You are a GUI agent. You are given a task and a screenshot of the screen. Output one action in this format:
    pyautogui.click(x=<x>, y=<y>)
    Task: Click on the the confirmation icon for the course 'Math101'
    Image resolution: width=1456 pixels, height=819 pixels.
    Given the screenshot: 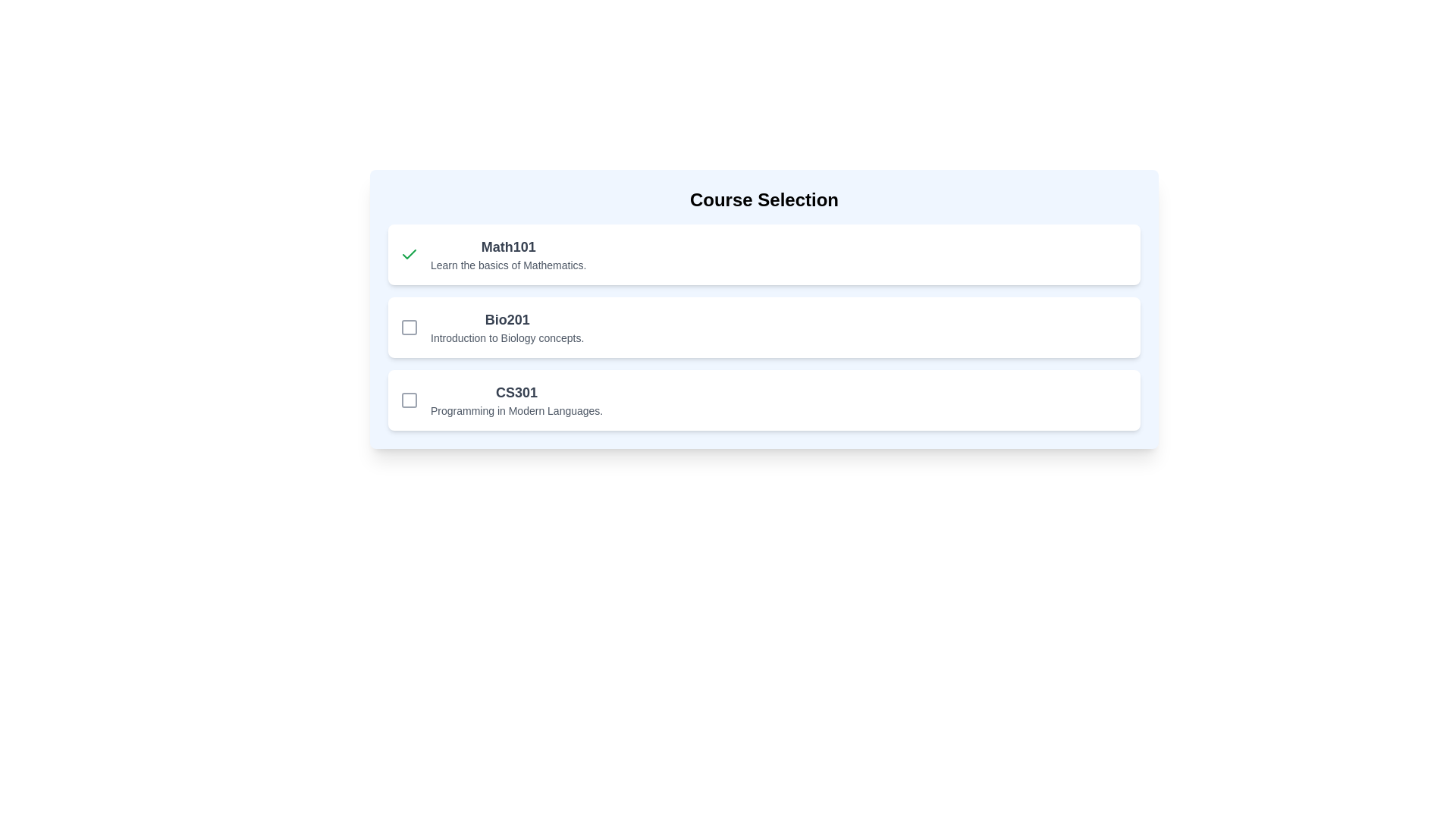 What is the action you would take?
    pyautogui.click(x=409, y=253)
    